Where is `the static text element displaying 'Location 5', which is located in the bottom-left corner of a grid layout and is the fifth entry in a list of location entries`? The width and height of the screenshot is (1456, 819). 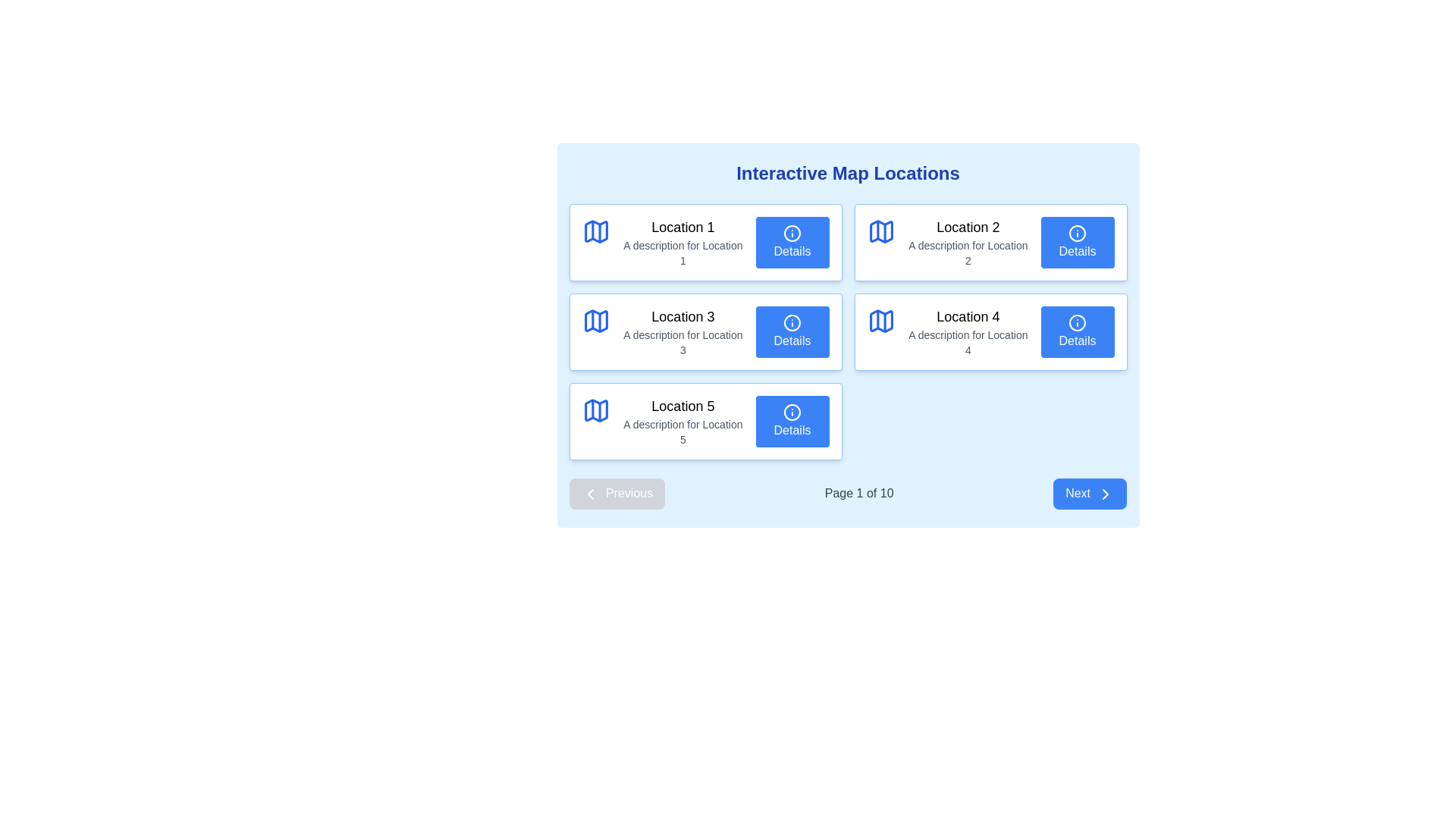
the static text element displaying 'Location 5', which is located in the bottom-left corner of a grid layout and is the fifth entry in a list of location entries is located at coordinates (682, 421).